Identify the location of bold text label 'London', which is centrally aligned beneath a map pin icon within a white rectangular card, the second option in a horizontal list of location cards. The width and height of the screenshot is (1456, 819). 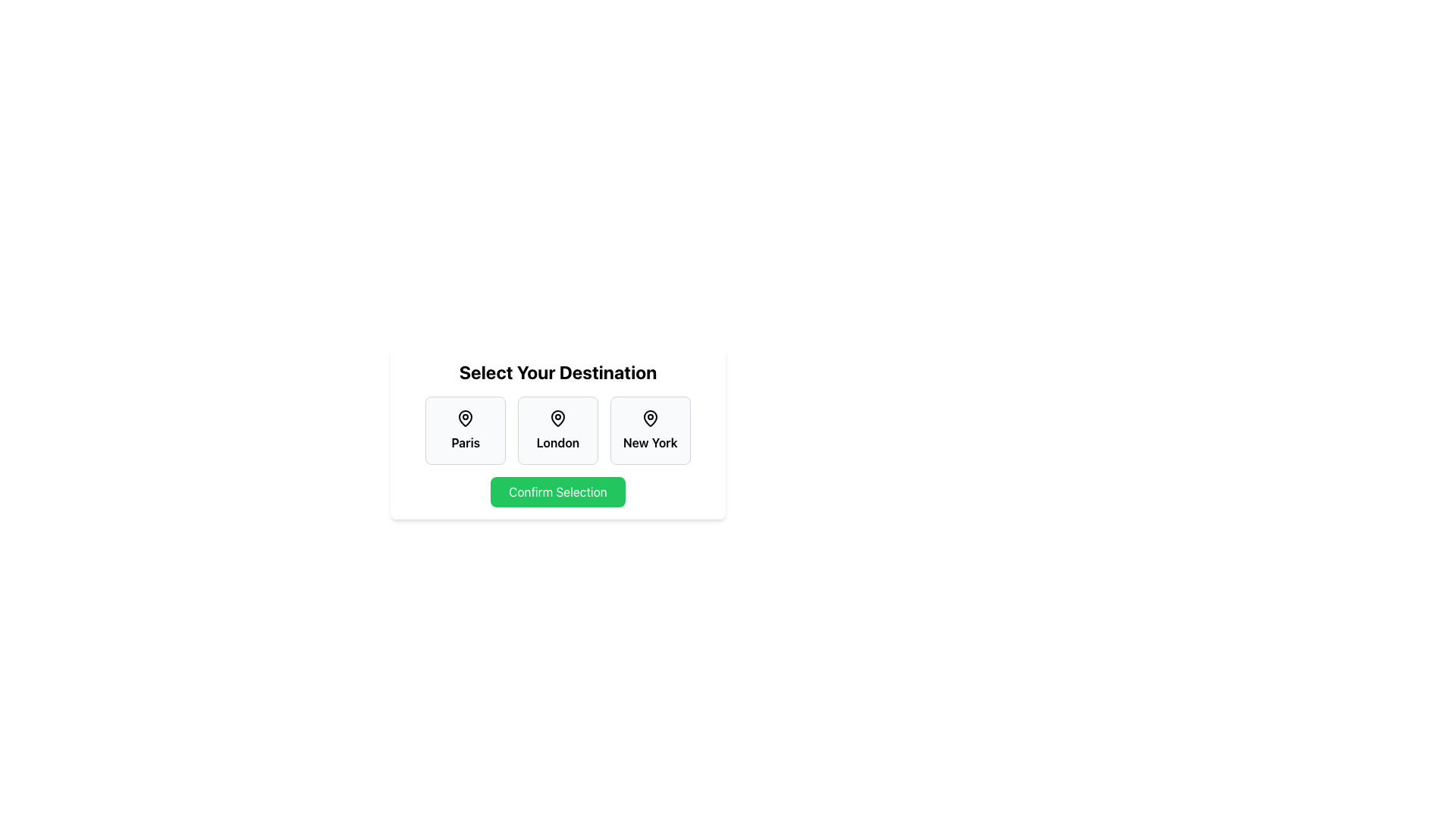
(557, 442).